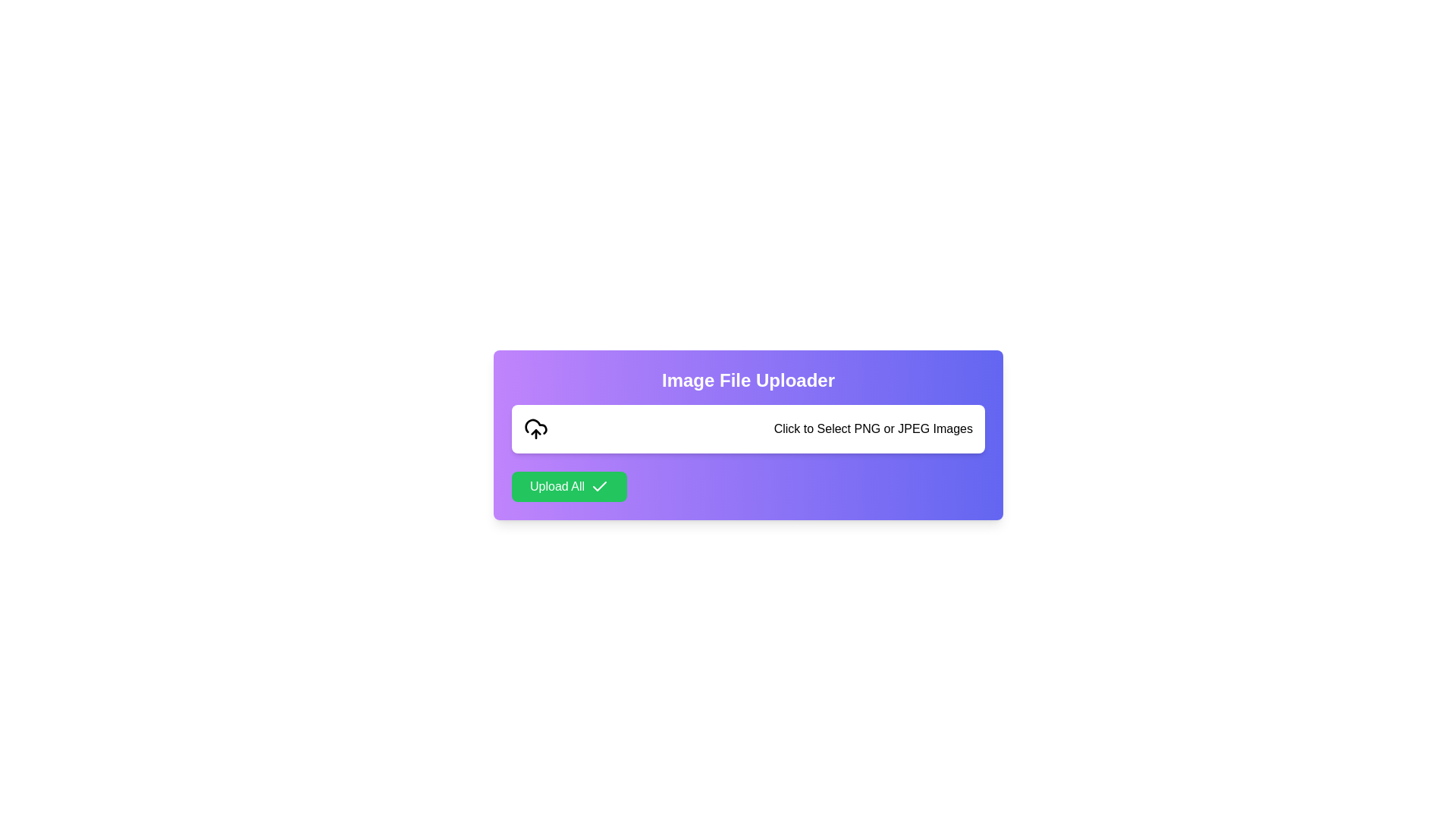 This screenshot has height=819, width=1456. Describe the element at coordinates (535, 429) in the screenshot. I see `the outlined cloud icon with an upward arrow indicating an upload action, located to the left of the input field labeled 'Click to Select PNG or JPEG Images'` at that location.